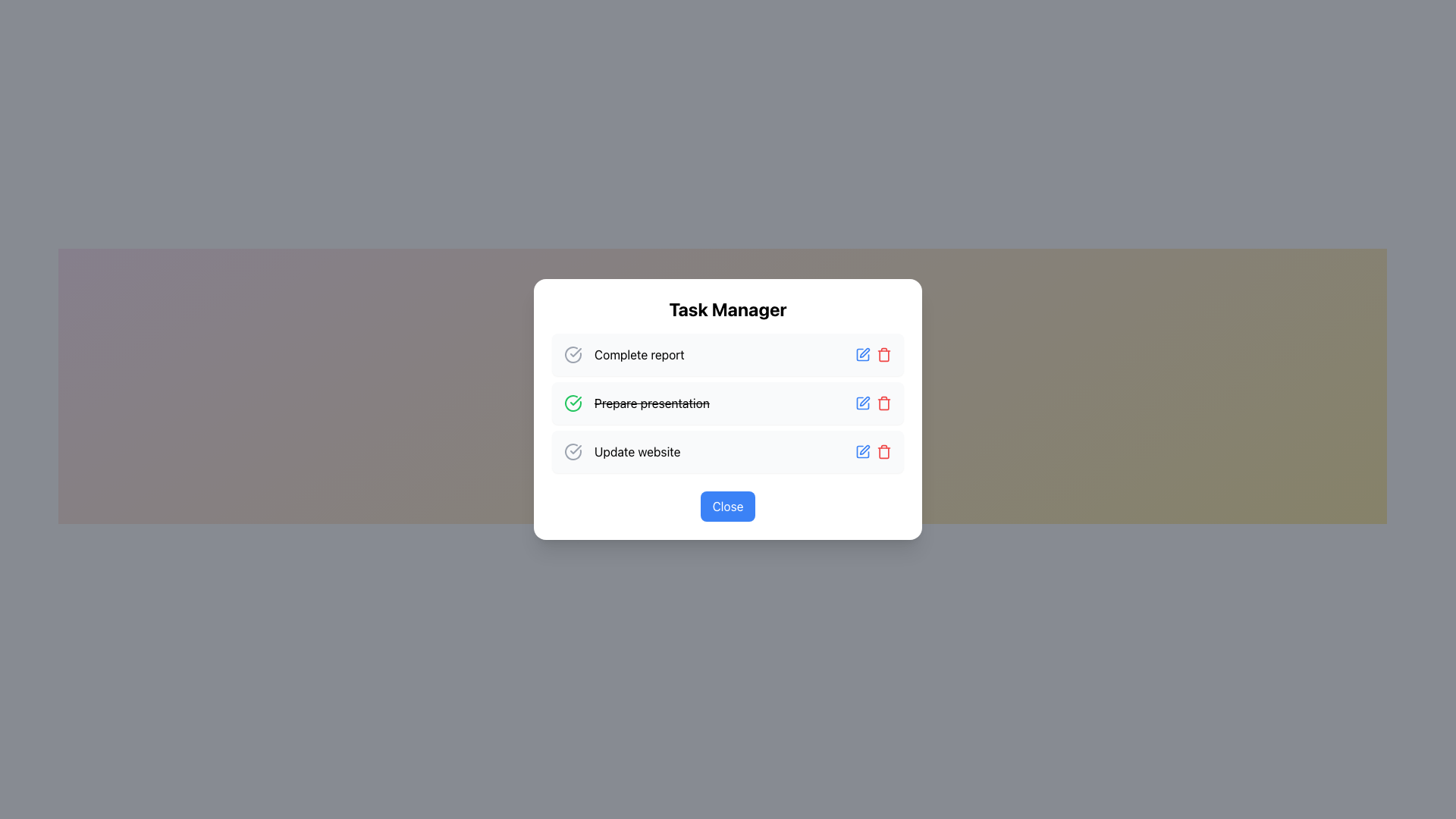 Image resolution: width=1456 pixels, height=819 pixels. What do you see at coordinates (575, 353) in the screenshot?
I see `the checkmark icon in the second task row labeled 'Prepare presentation' in the Task Manager interface` at bounding box center [575, 353].